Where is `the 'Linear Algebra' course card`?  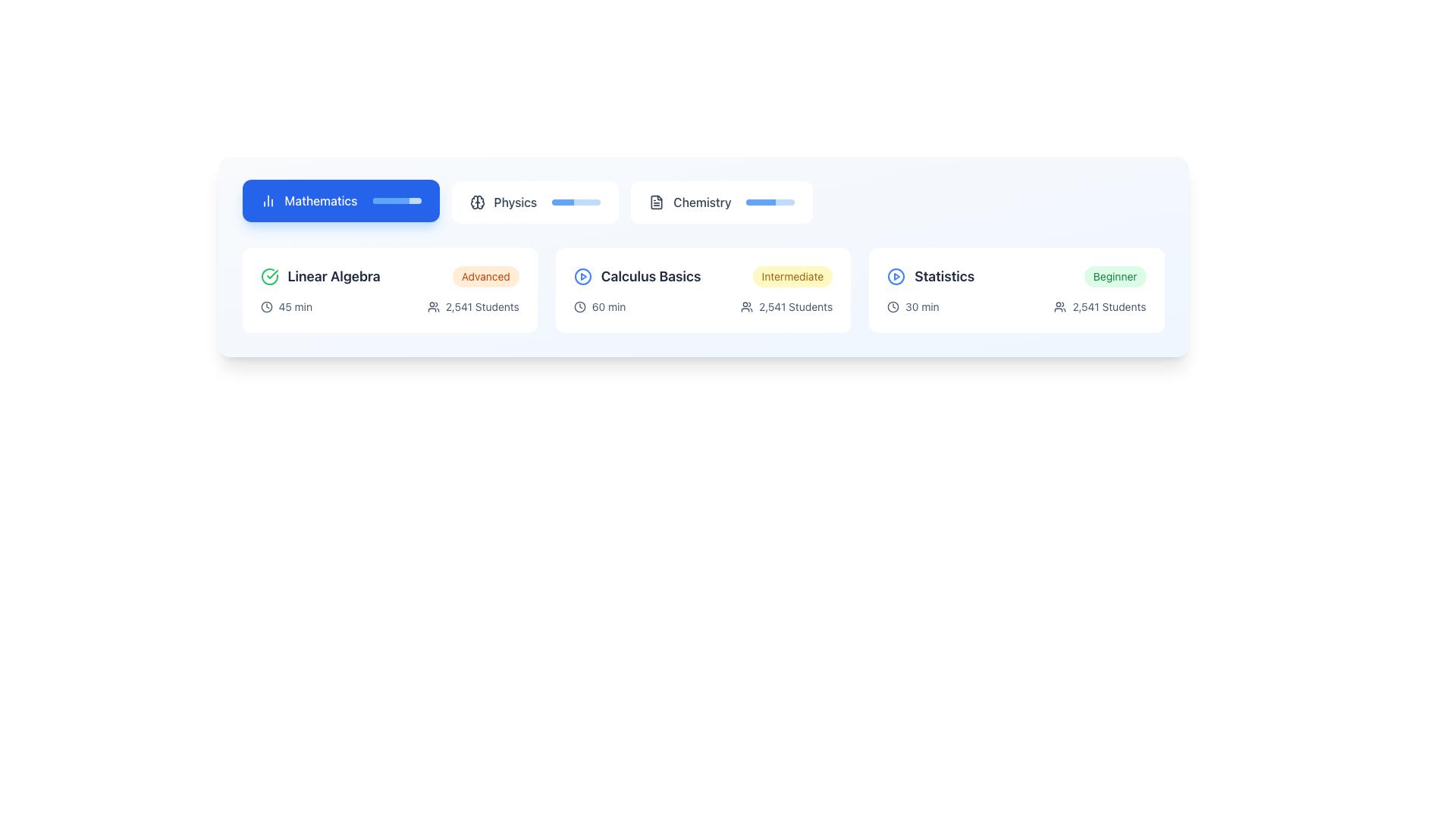 the 'Linear Algebra' course card is located at coordinates (390, 290).